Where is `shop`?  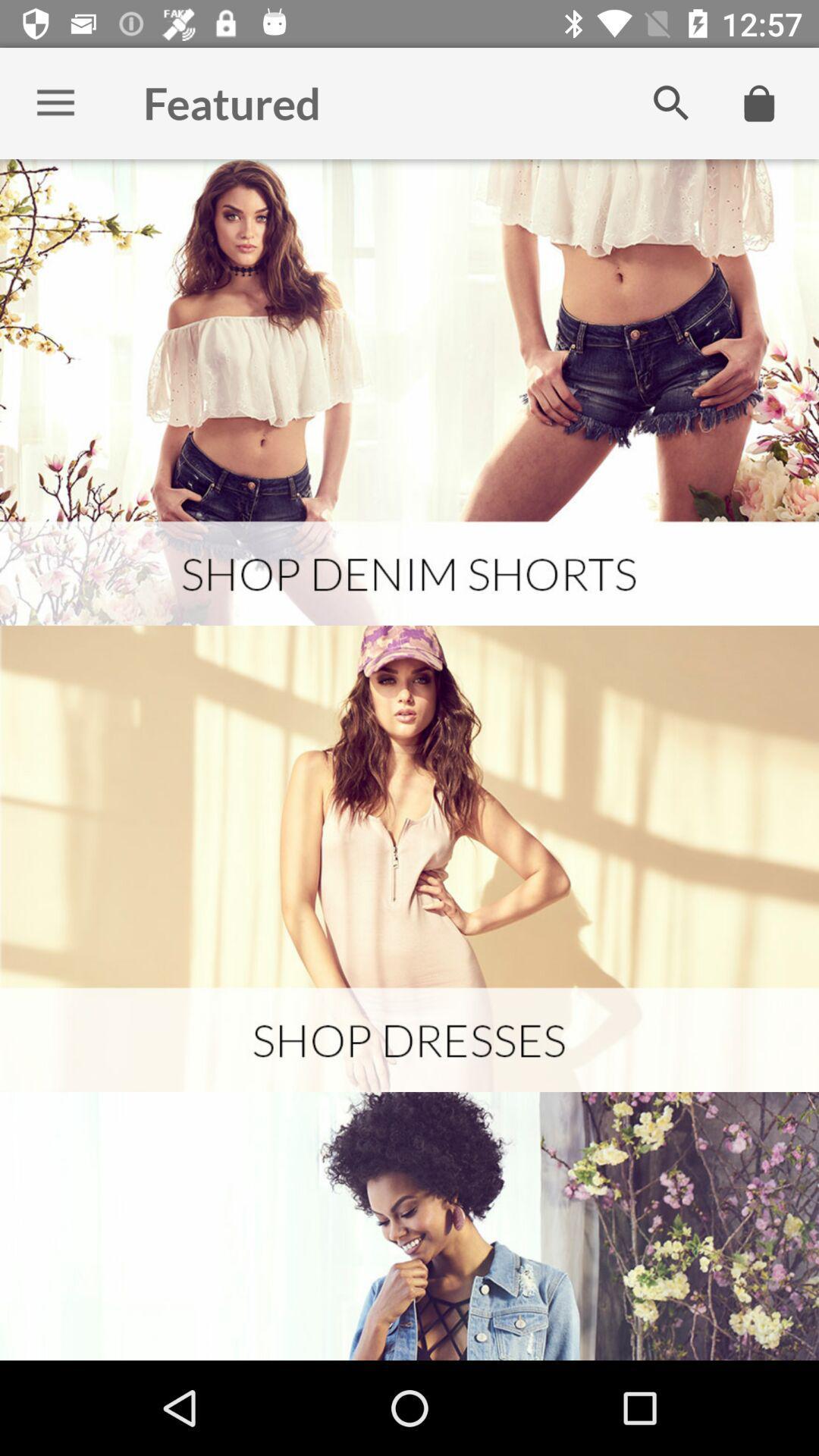
shop is located at coordinates (409, 392).